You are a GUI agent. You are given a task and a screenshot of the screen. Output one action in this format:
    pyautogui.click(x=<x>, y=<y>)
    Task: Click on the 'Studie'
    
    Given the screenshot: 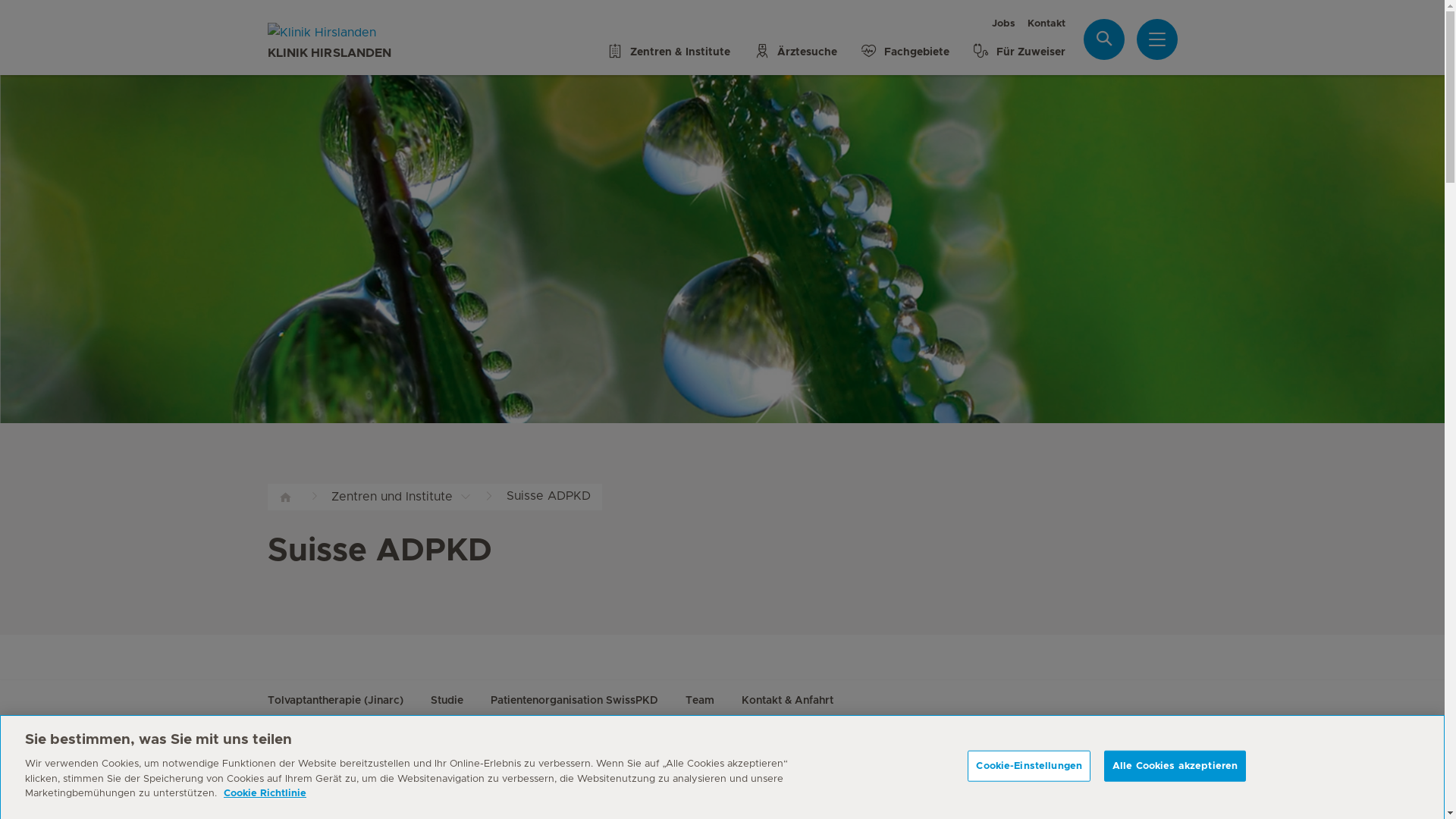 What is the action you would take?
    pyautogui.click(x=446, y=701)
    